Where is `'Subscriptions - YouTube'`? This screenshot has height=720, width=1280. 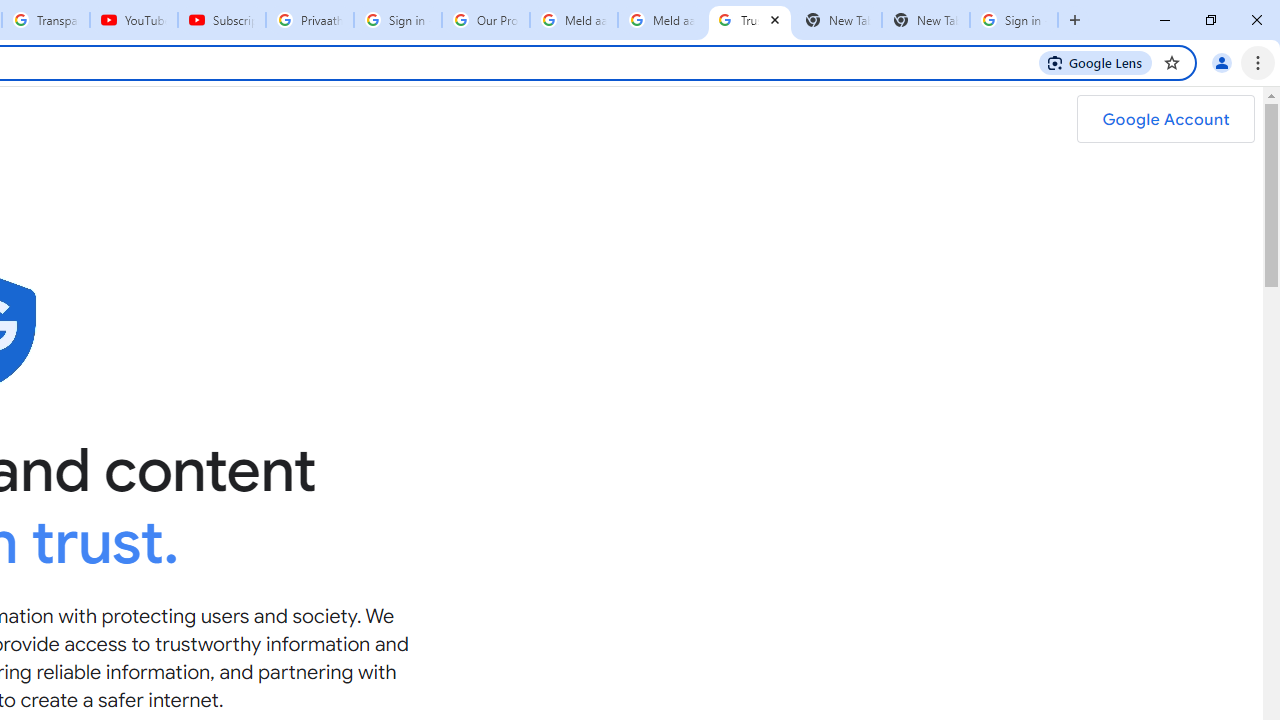
'Subscriptions - YouTube' is located at coordinates (222, 20).